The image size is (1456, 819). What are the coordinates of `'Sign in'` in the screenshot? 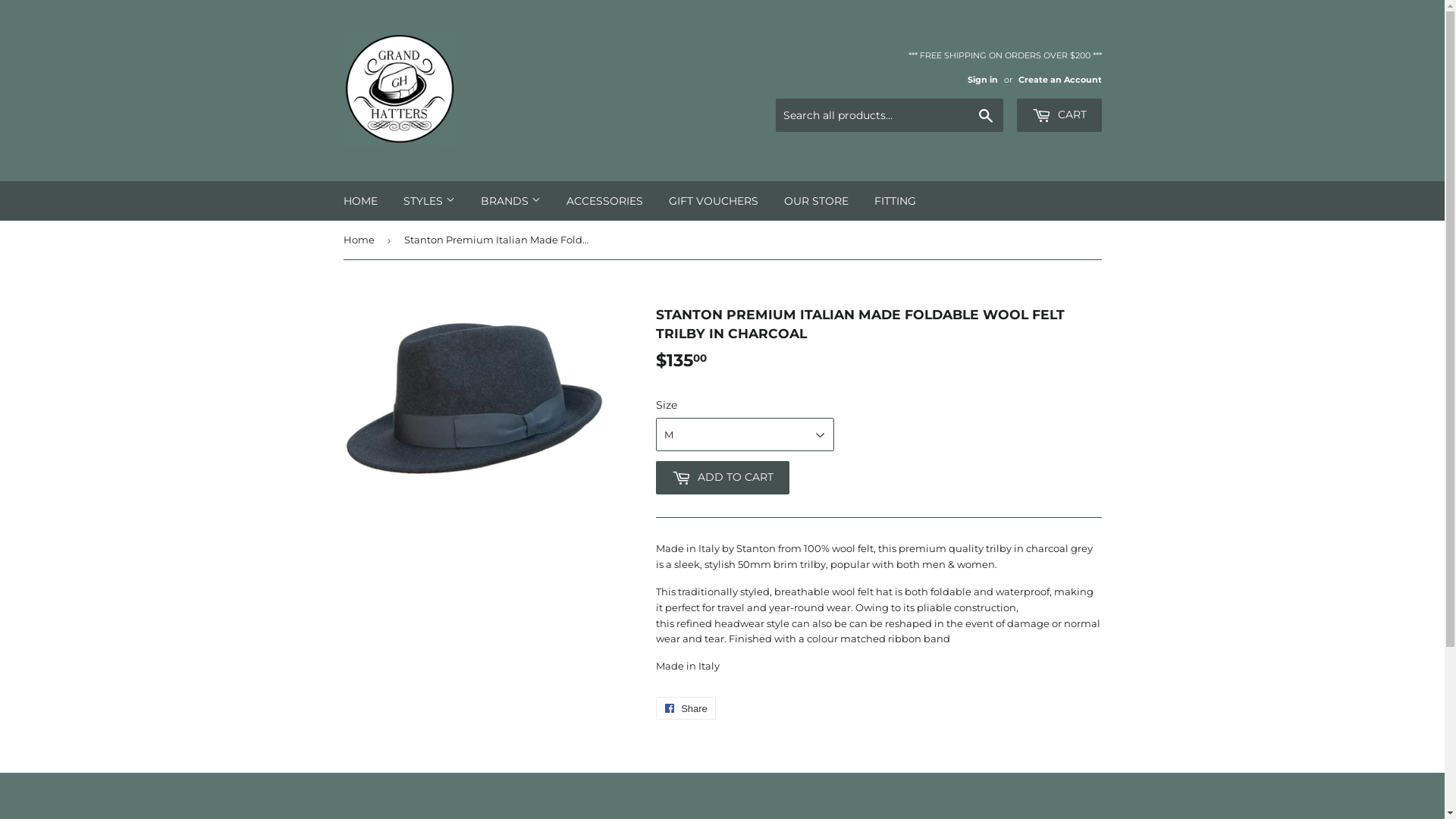 It's located at (983, 79).